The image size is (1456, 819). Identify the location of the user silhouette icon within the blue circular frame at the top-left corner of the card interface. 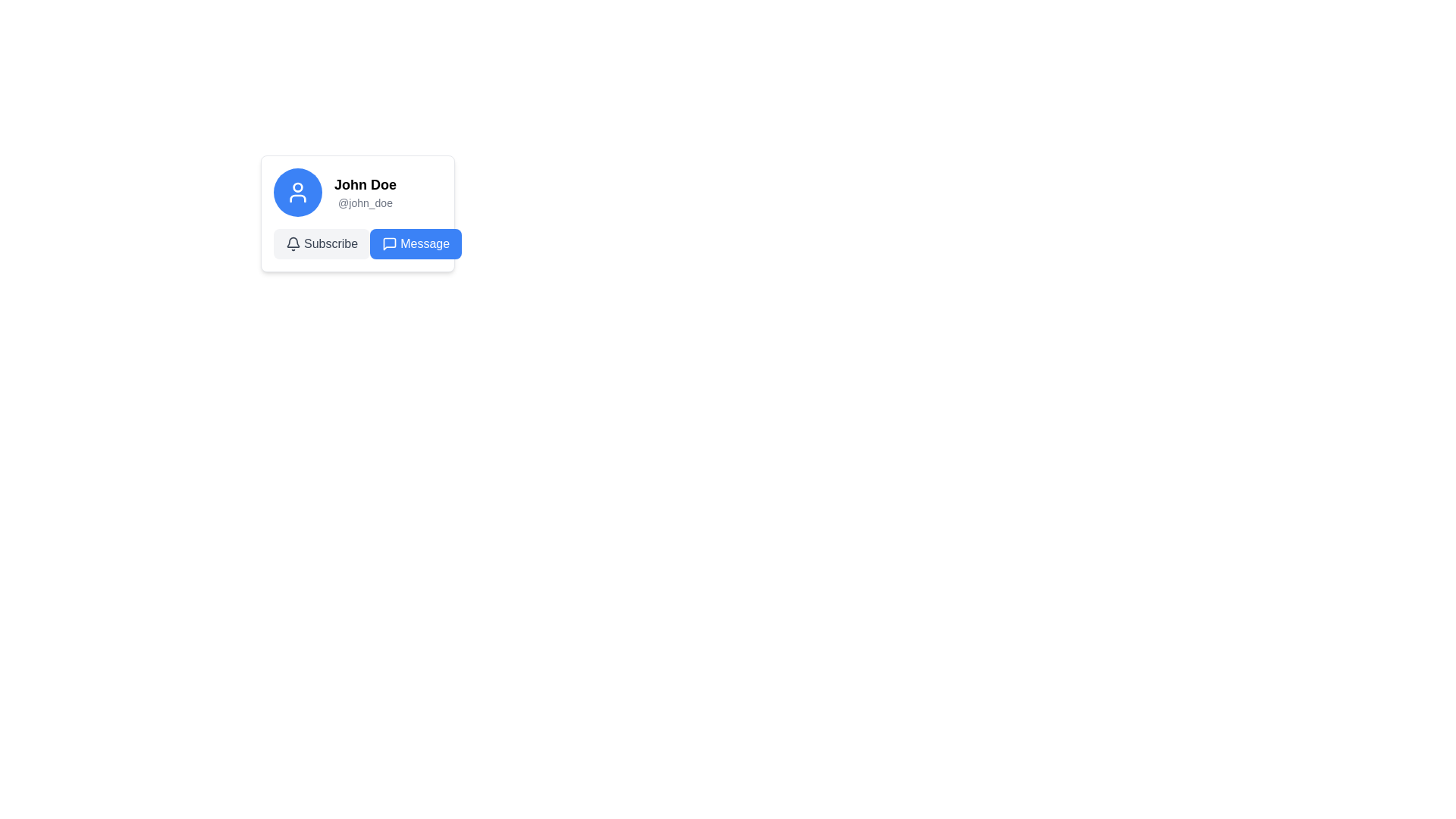
(298, 192).